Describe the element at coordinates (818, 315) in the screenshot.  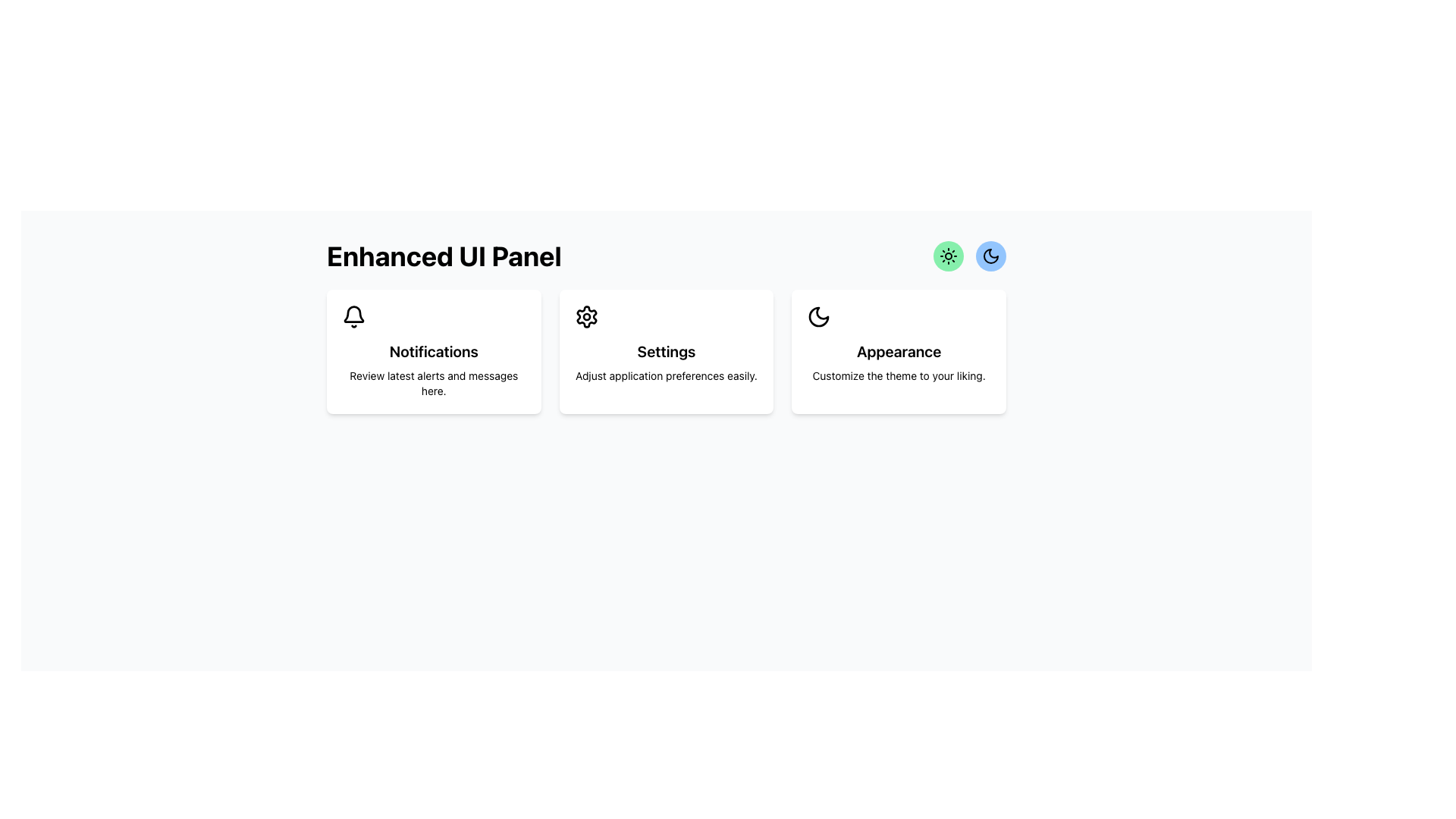
I see `the moon-shaped icon located at the top-left corner of the 'Appearance' card section` at that location.